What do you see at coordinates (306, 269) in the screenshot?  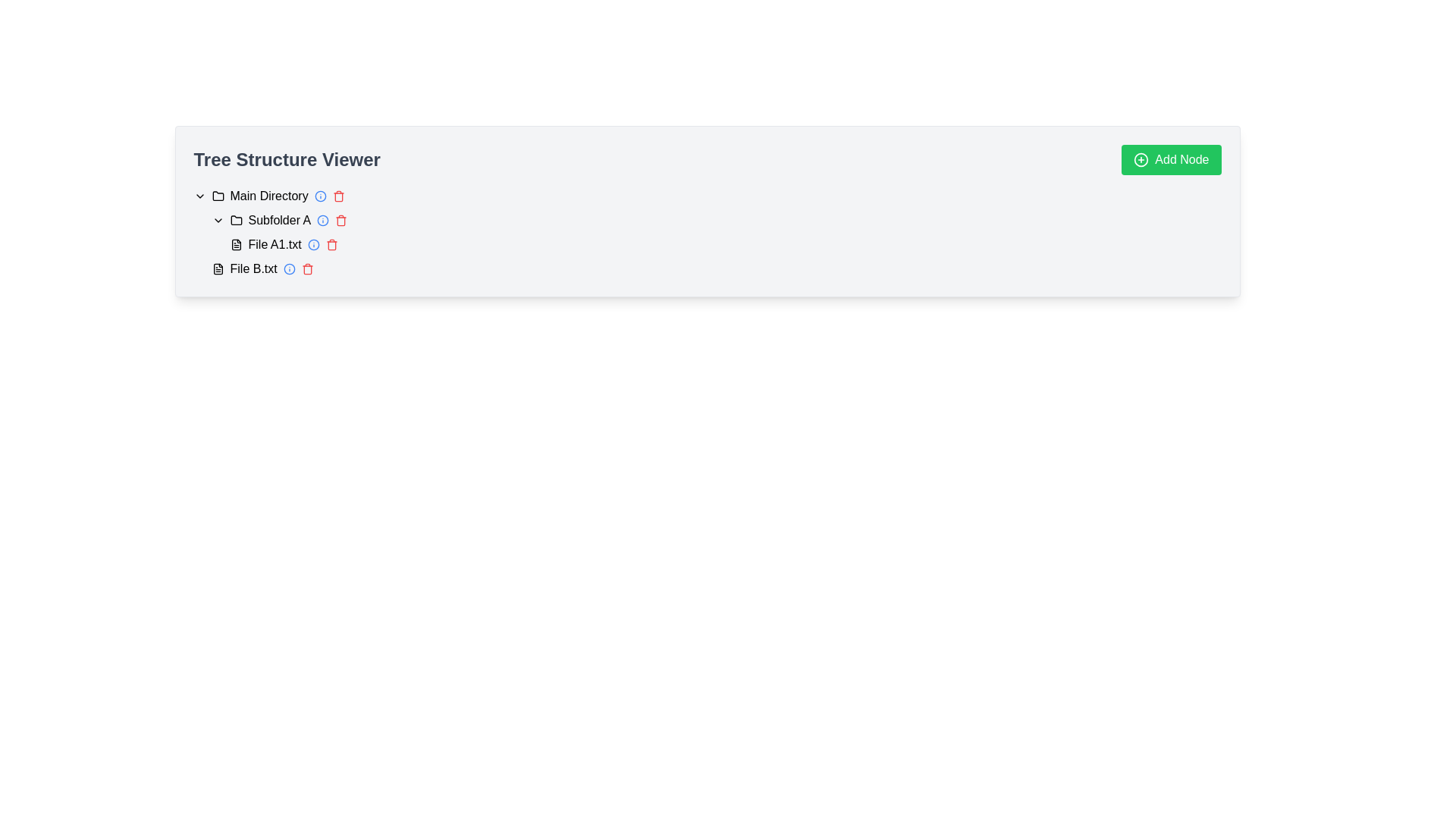 I see `the red beveled rectangle-shaped icon button with a trash bin symbol, located below 'Subfolder A' and to the right of 'File A1.txt'` at bounding box center [306, 269].